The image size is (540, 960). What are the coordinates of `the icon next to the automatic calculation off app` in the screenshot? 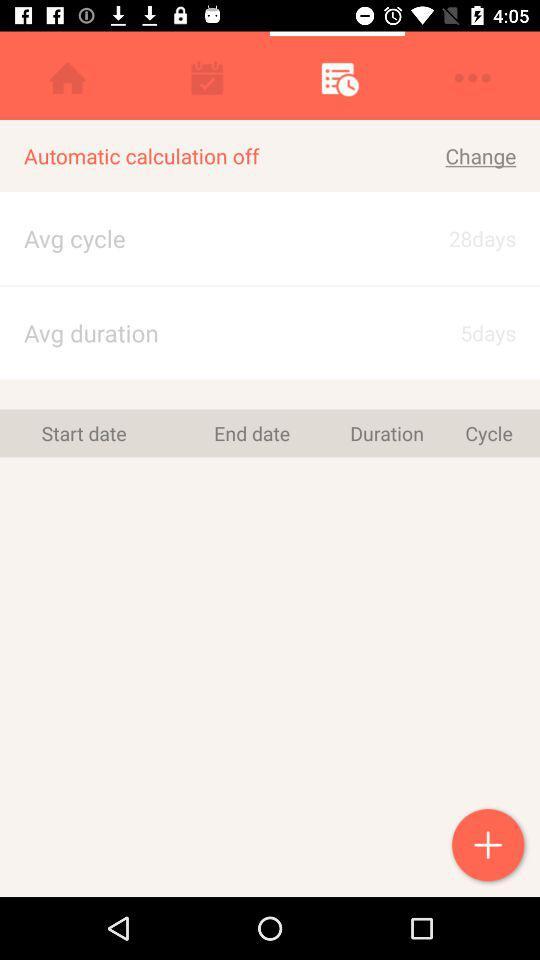 It's located at (463, 238).